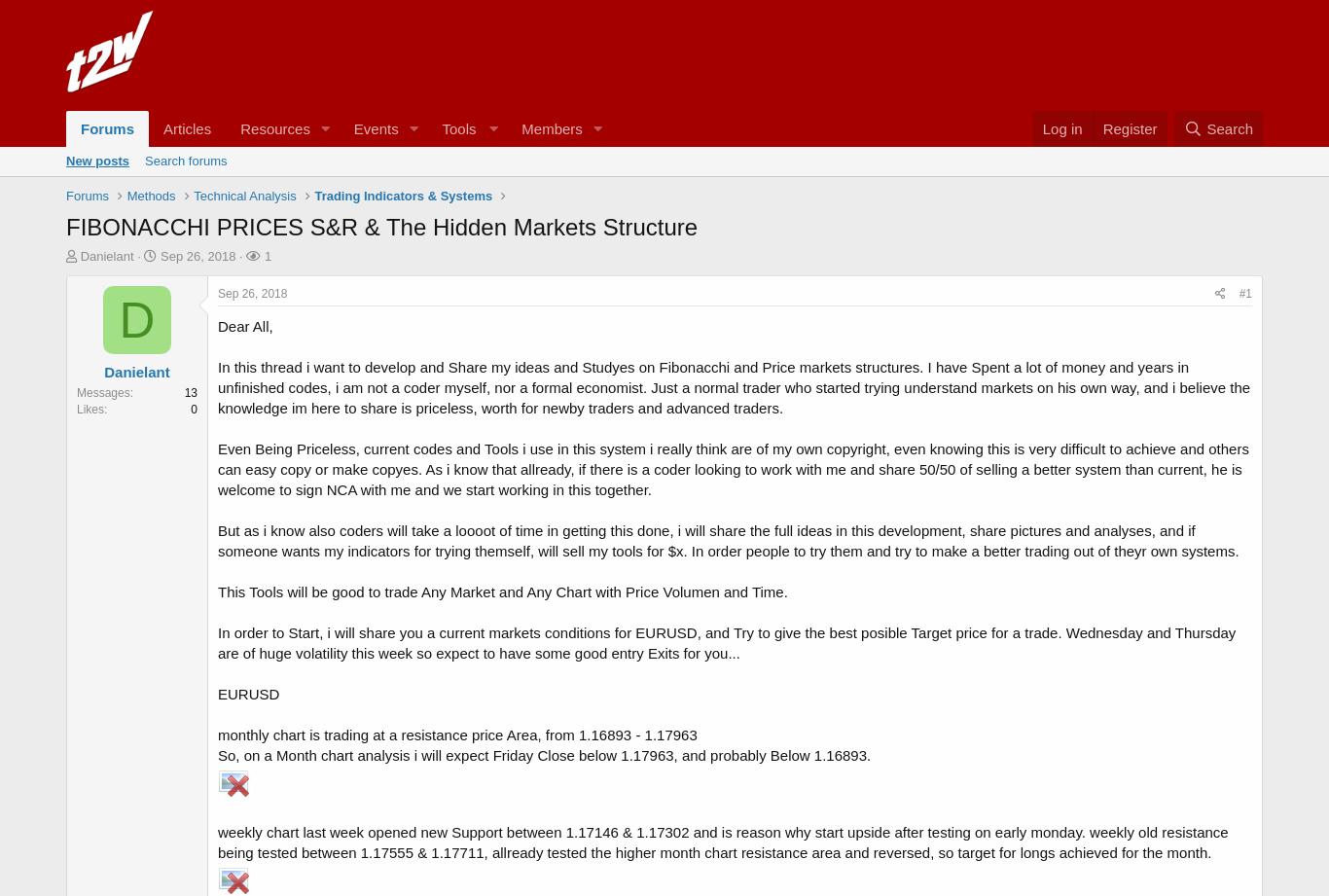 The image size is (1329, 896). Describe the element at coordinates (217, 540) in the screenshot. I see `'But as i know also coders will take a loooot of time in getting this done, i will share the full ideas in this development, share pictures and analyses, and if someone wants my indicators for trying themself, will sell my tools for $x. In order people to try them and try to make a better trading out of theyr own systems.'` at that location.